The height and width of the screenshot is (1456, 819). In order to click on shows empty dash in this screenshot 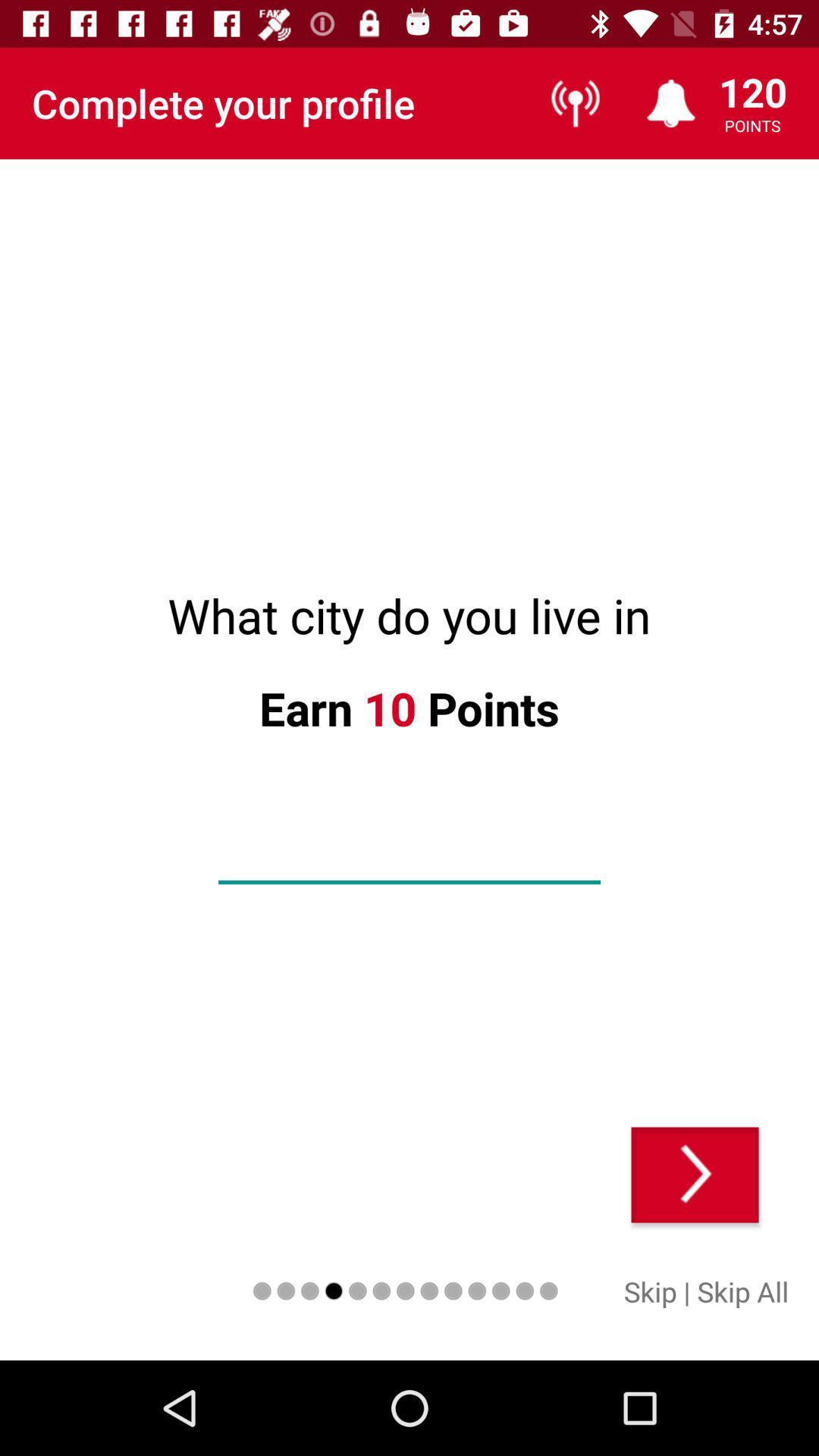, I will do `click(409, 858)`.